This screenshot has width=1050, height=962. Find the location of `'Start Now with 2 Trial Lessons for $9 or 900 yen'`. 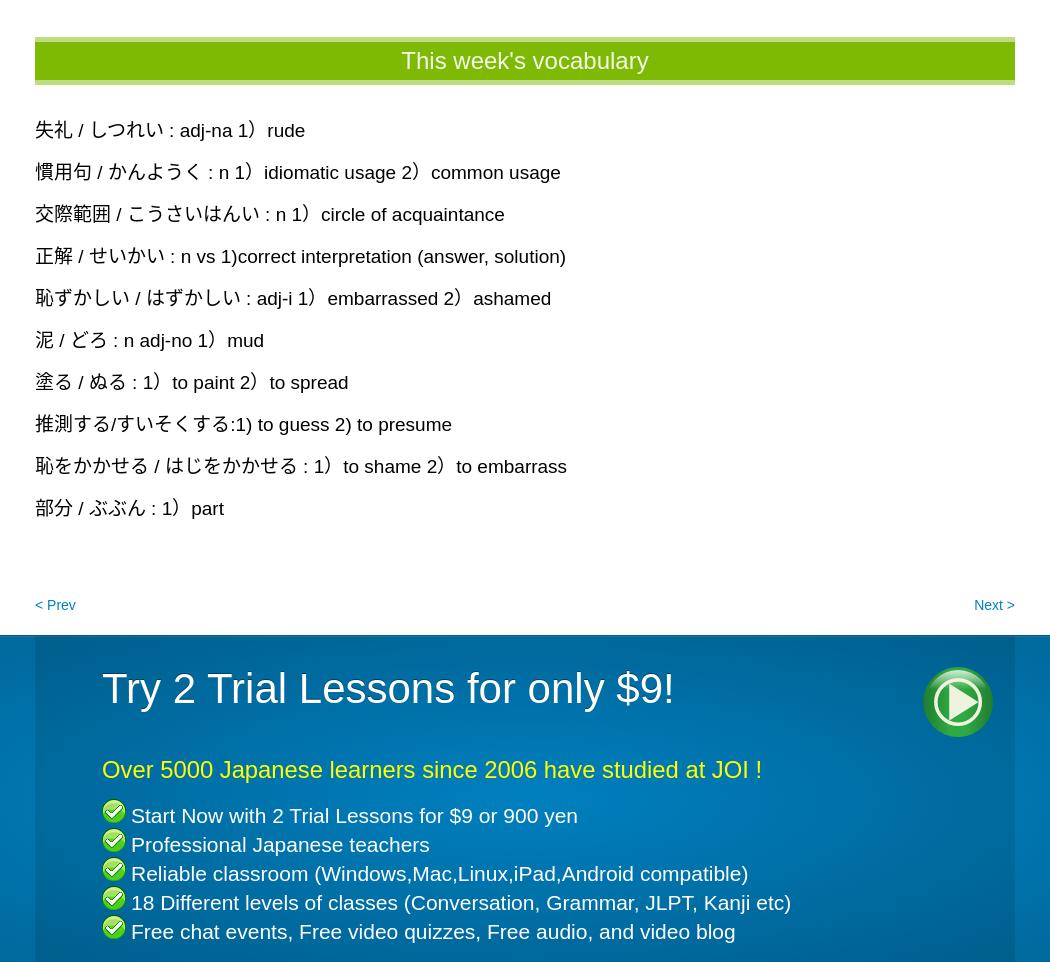

'Start Now with 2 Trial Lessons for $9 or 900 yen' is located at coordinates (130, 814).